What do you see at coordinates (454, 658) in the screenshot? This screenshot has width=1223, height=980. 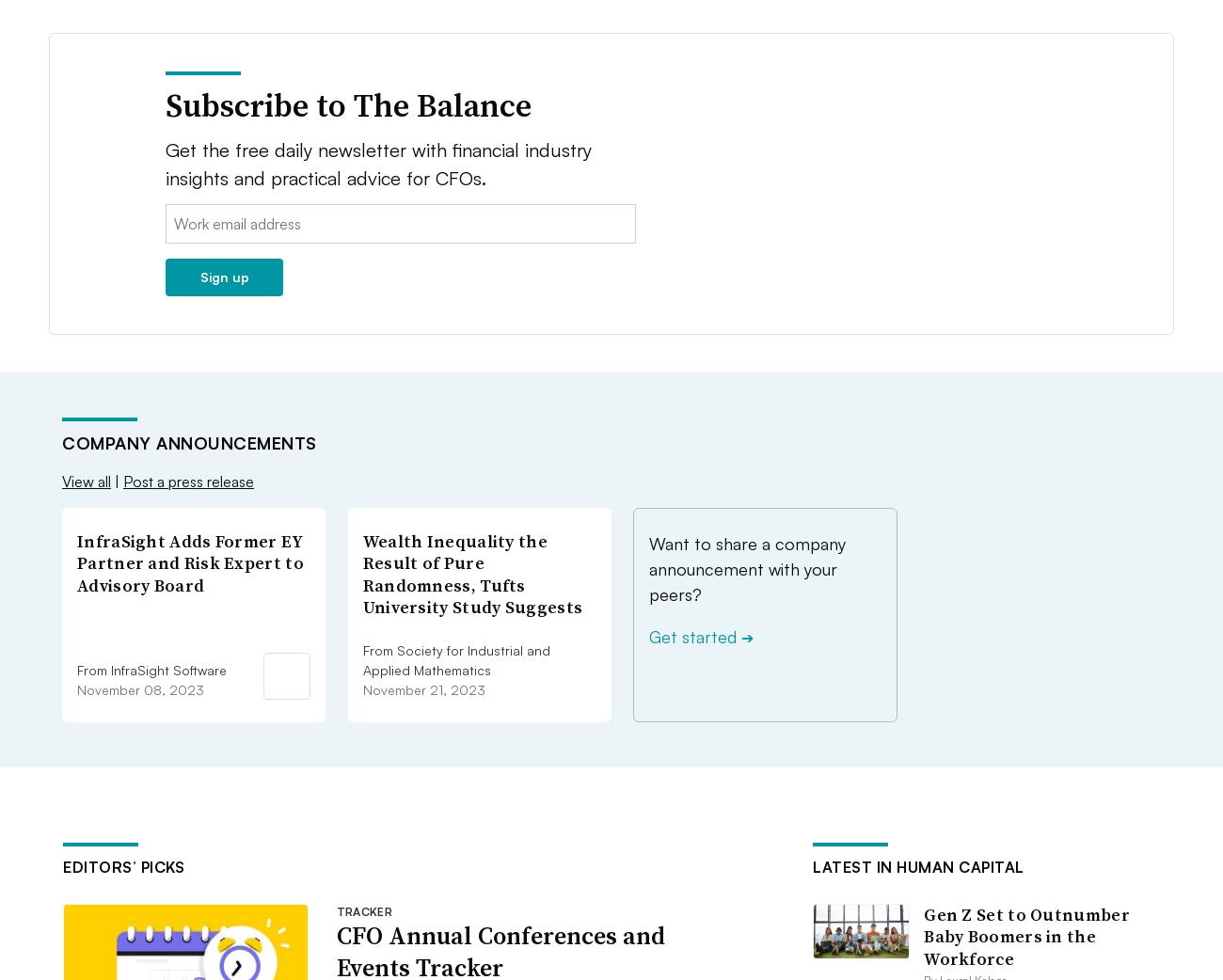 I see `'From Society for Industrial and Applied Mathematics'` at bounding box center [454, 658].